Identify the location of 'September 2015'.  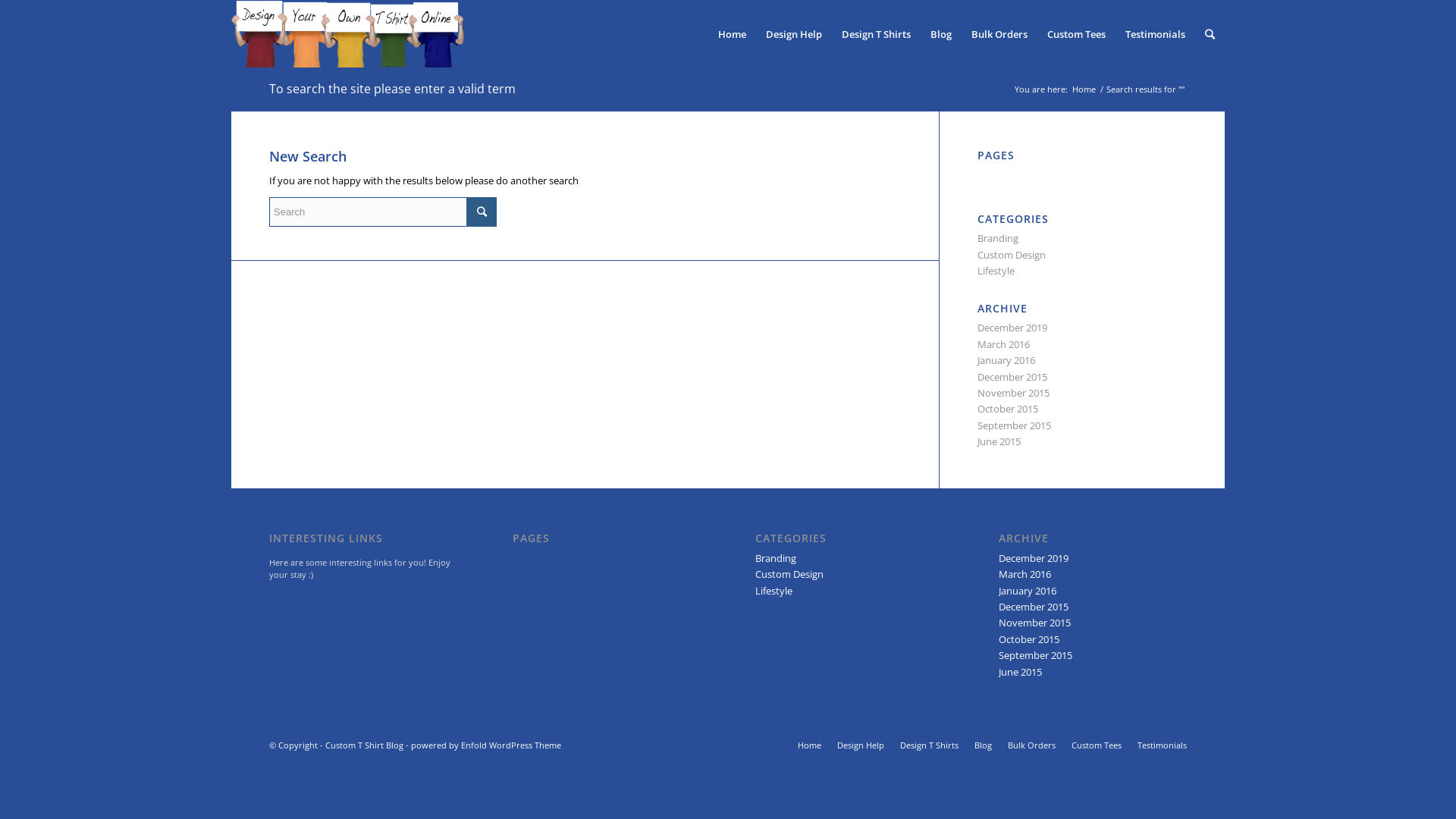
(1014, 425).